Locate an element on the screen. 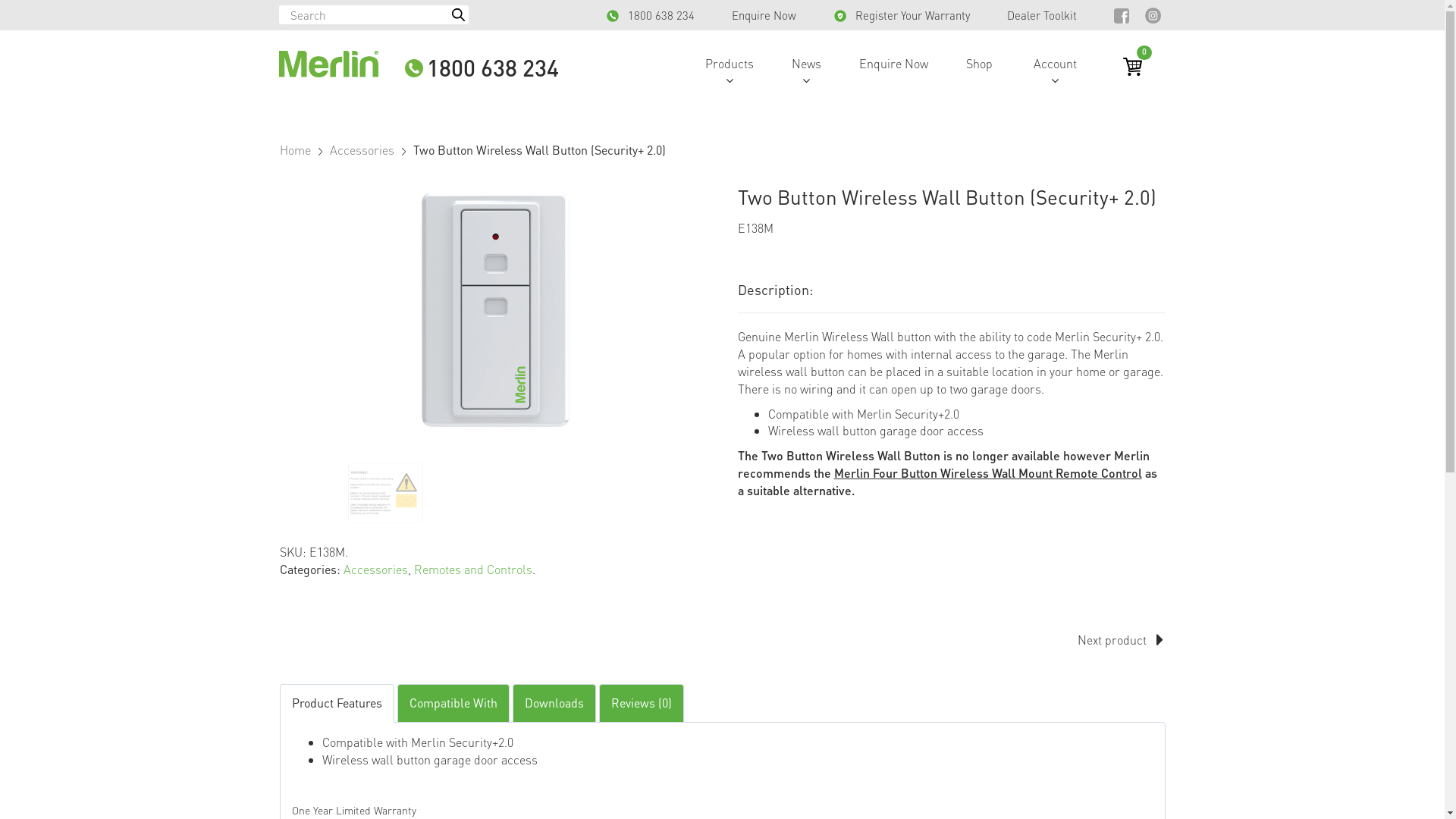  'Remotes and Controls' is located at coordinates (472, 569).